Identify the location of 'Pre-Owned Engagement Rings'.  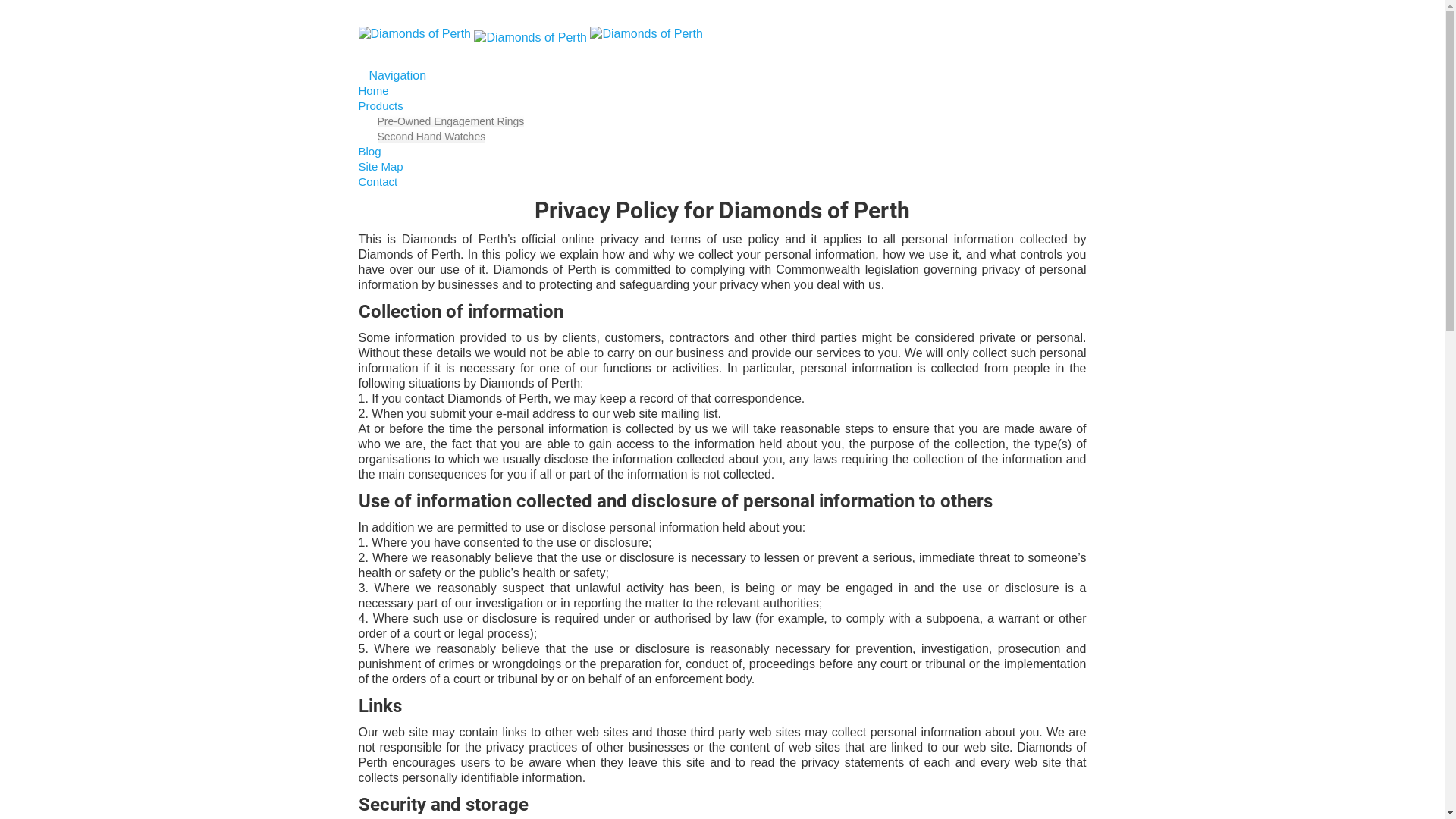
(450, 120).